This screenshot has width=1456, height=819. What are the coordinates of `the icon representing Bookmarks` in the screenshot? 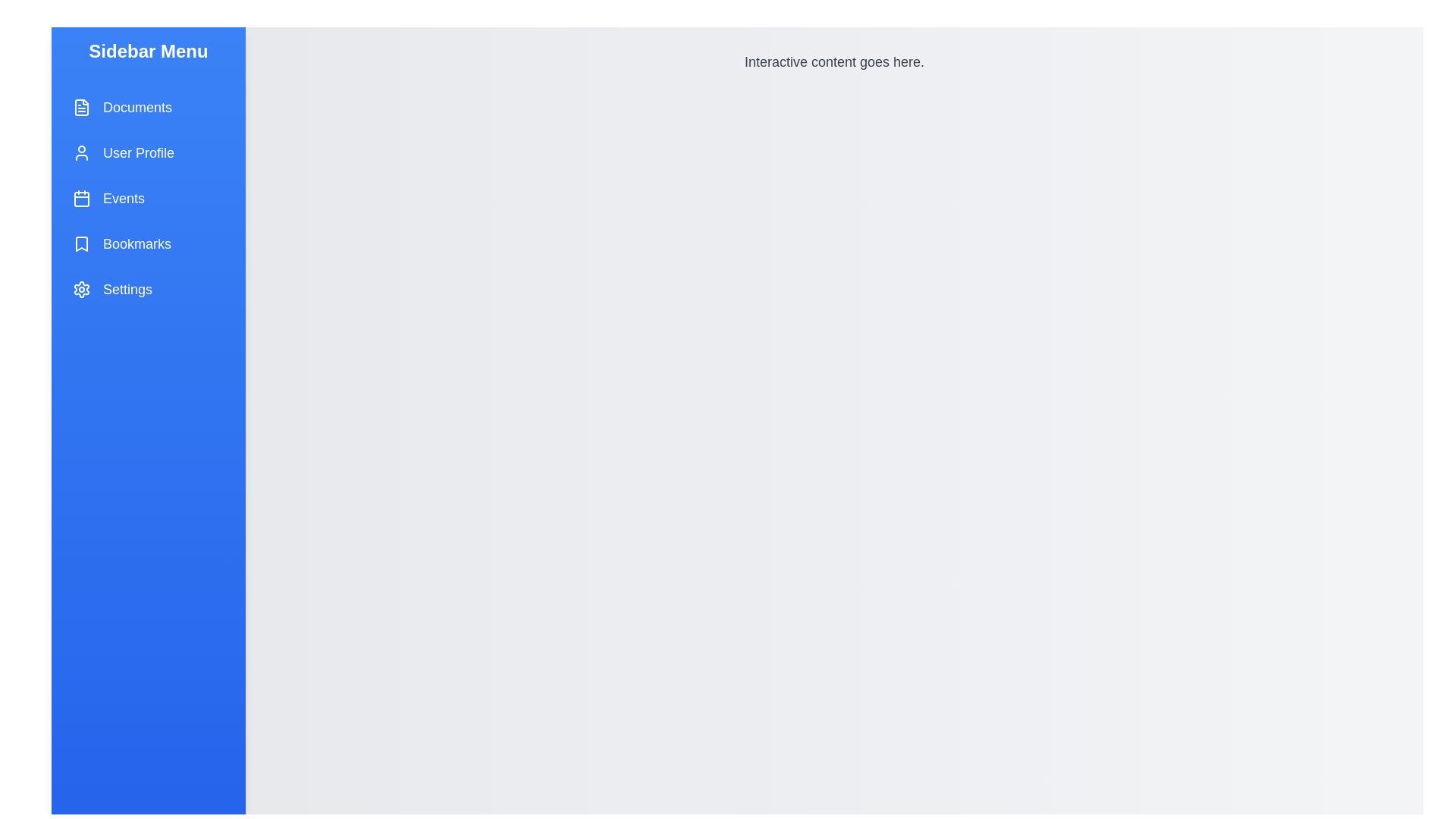 It's located at (81, 243).